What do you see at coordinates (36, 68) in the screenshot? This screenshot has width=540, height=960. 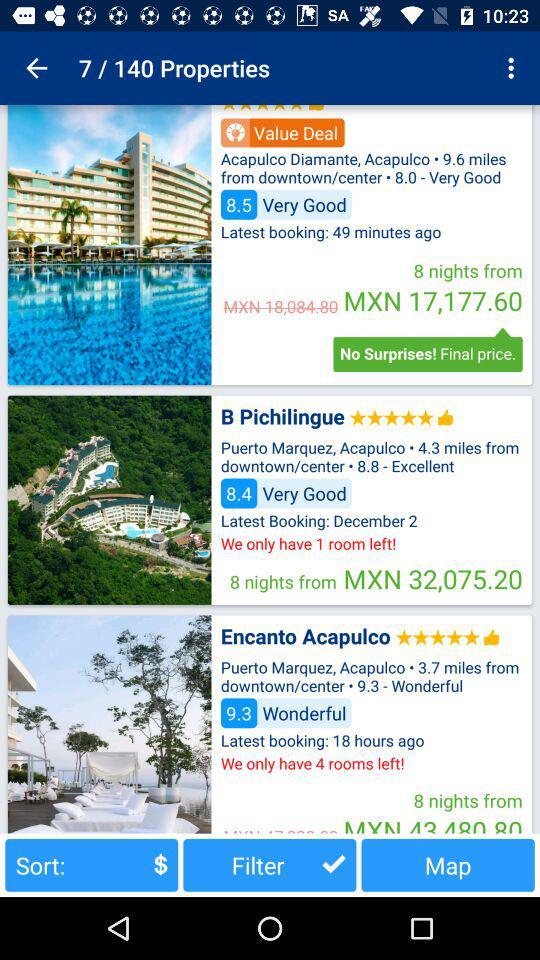 I see `the icon next to 7 / 140 properties app` at bounding box center [36, 68].